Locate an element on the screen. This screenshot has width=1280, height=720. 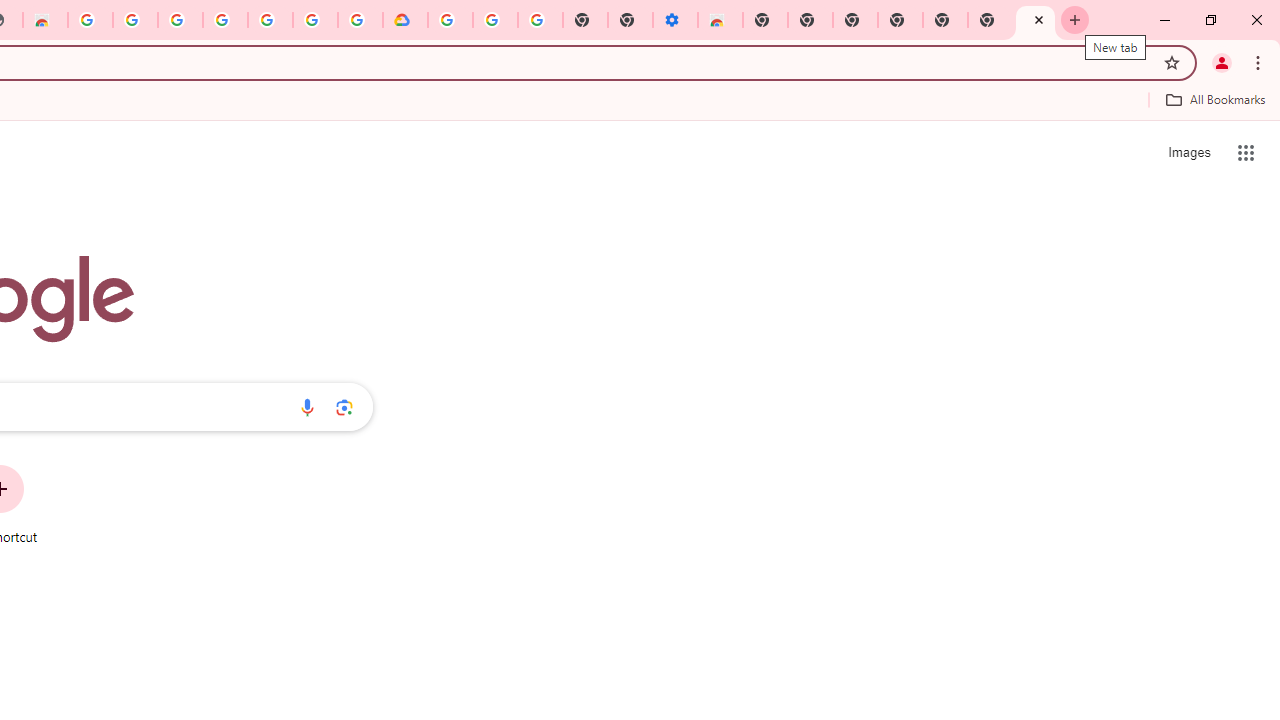
'New Tab' is located at coordinates (1035, 20).